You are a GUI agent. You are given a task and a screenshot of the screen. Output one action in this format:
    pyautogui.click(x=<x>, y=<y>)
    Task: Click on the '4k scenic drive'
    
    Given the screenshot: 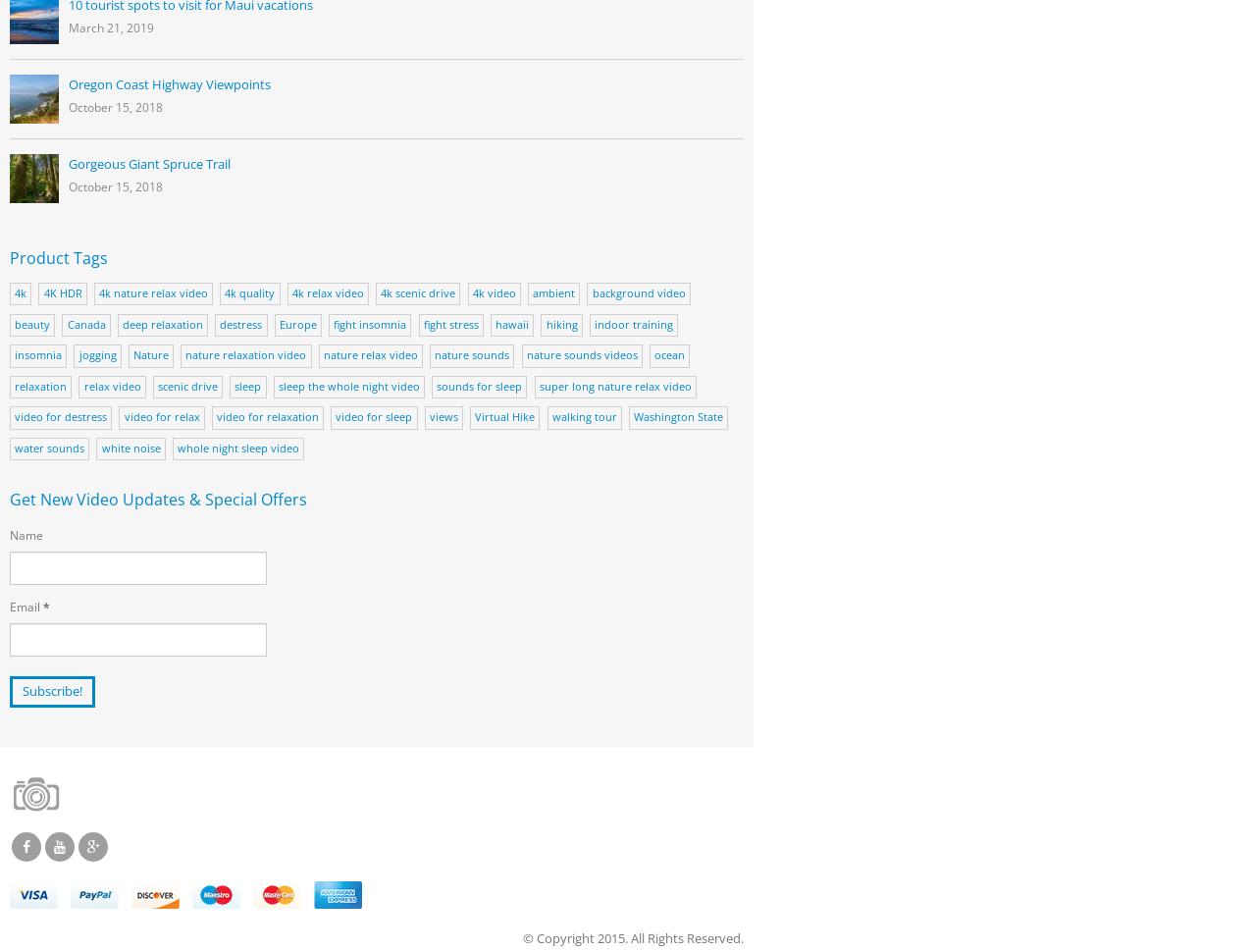 What is the action you would take?
    pyautogui.click(x=418, y=292)
    